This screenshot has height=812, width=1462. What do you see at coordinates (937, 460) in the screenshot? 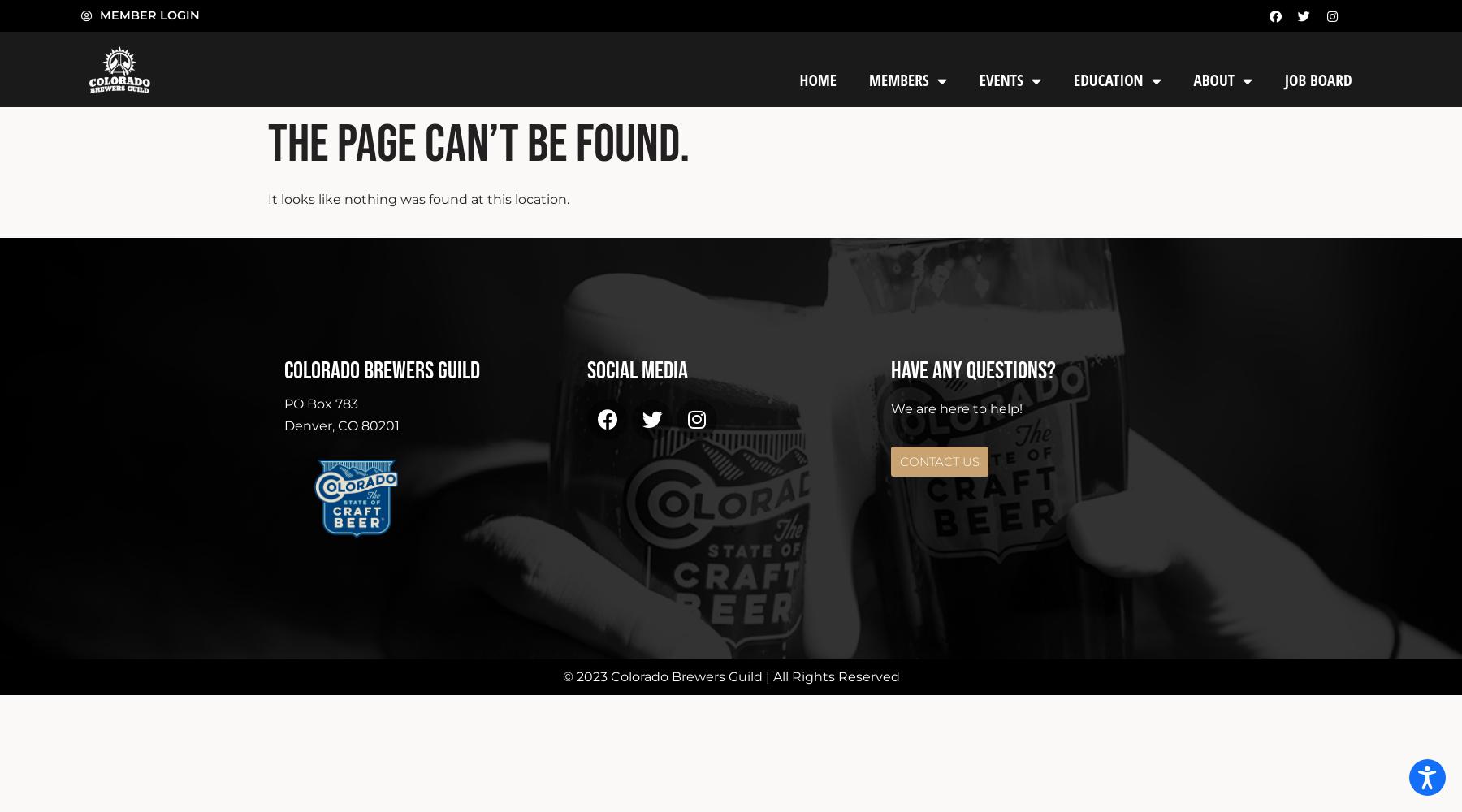
I see `'Contact Us'` at bounding box center [937, 460].